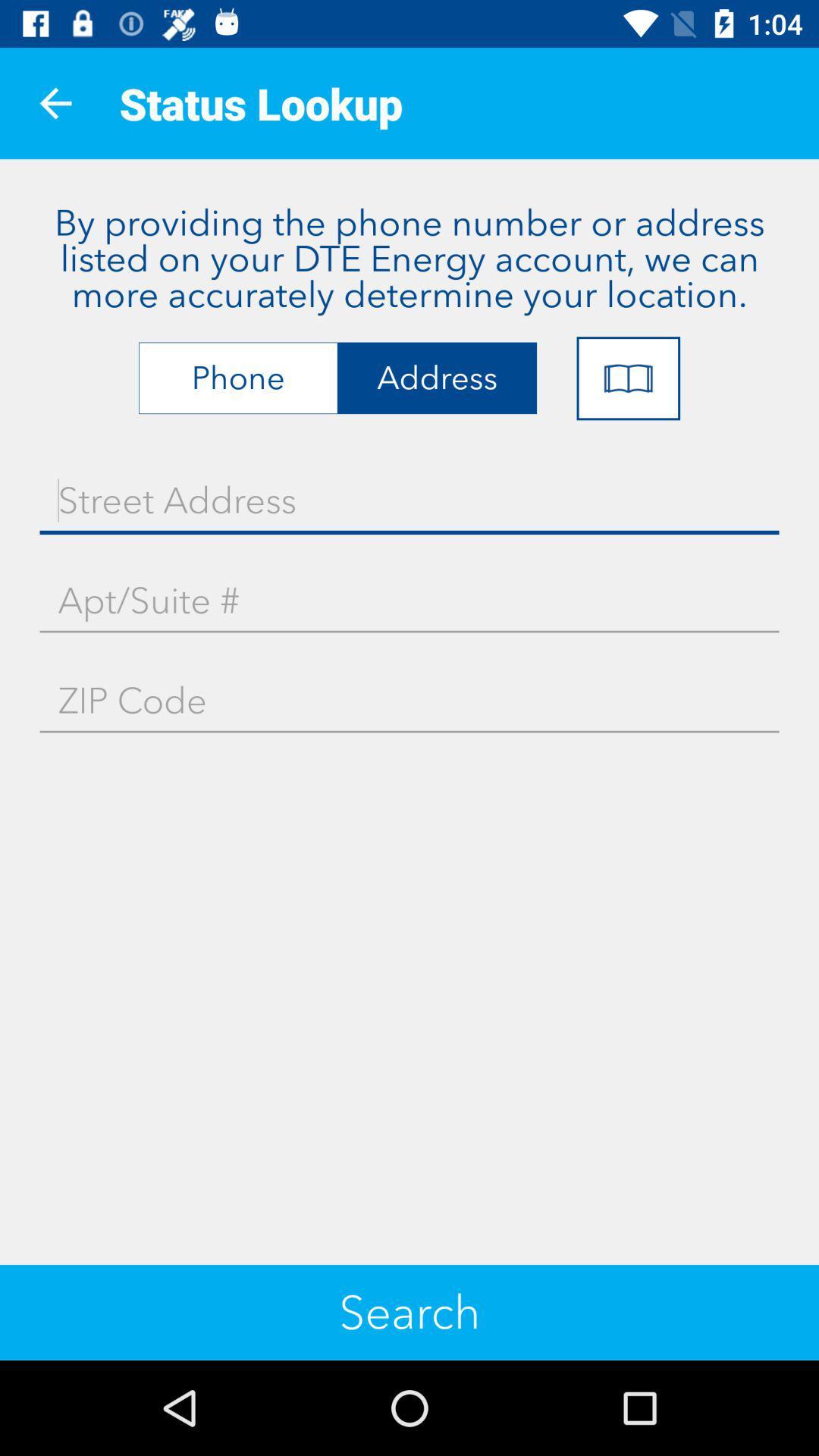 This screenshot has width=819, height=1456. What do you see at coordinates (628, 378) in the screenshot?
I see `the icon below the by providing the icon` at bounding box center [628, 378].